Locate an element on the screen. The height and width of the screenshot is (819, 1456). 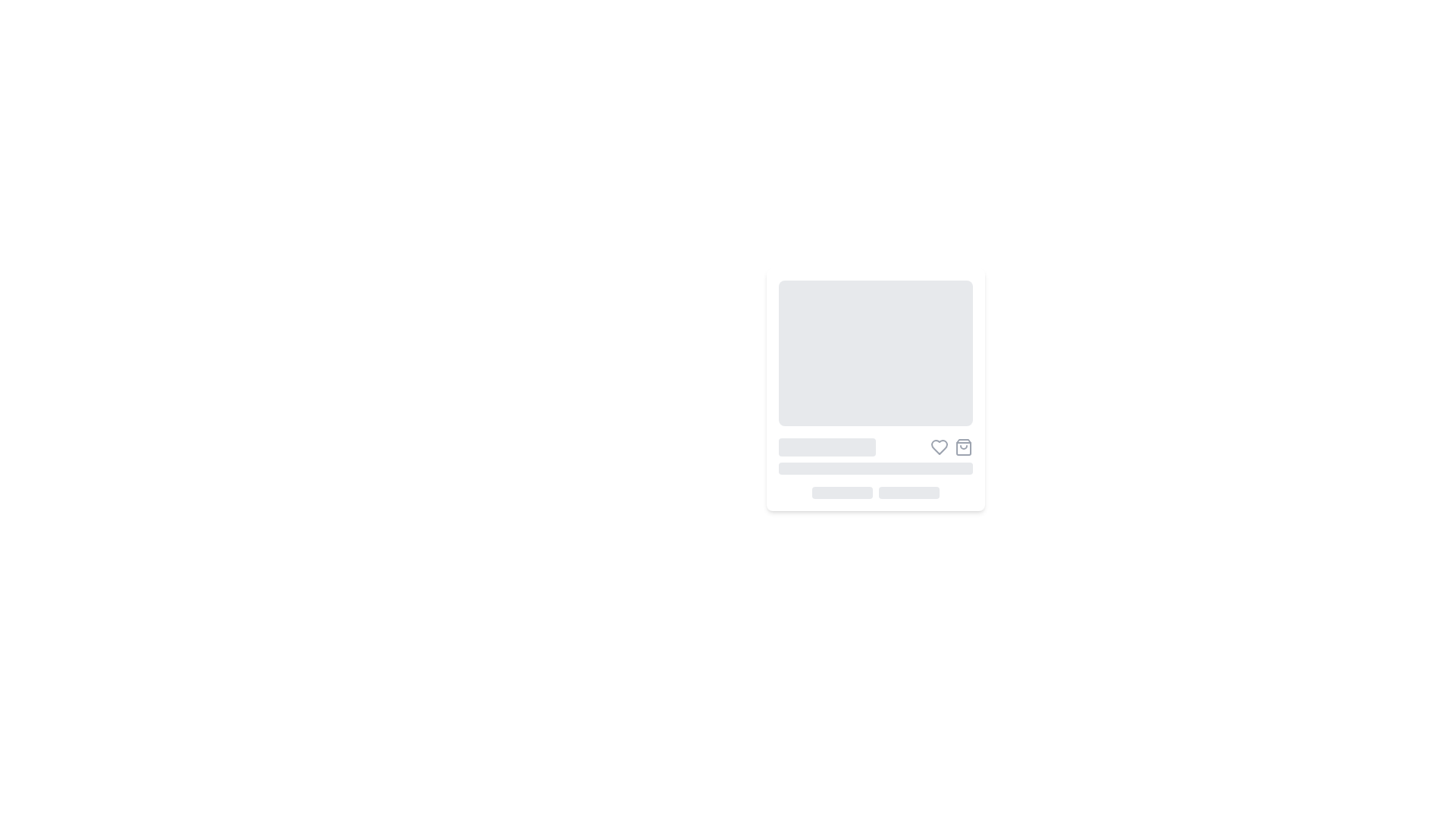
the heart-shaped icon located at the bottom-right corner of the card-like layout is located at coordinates (938, 447).